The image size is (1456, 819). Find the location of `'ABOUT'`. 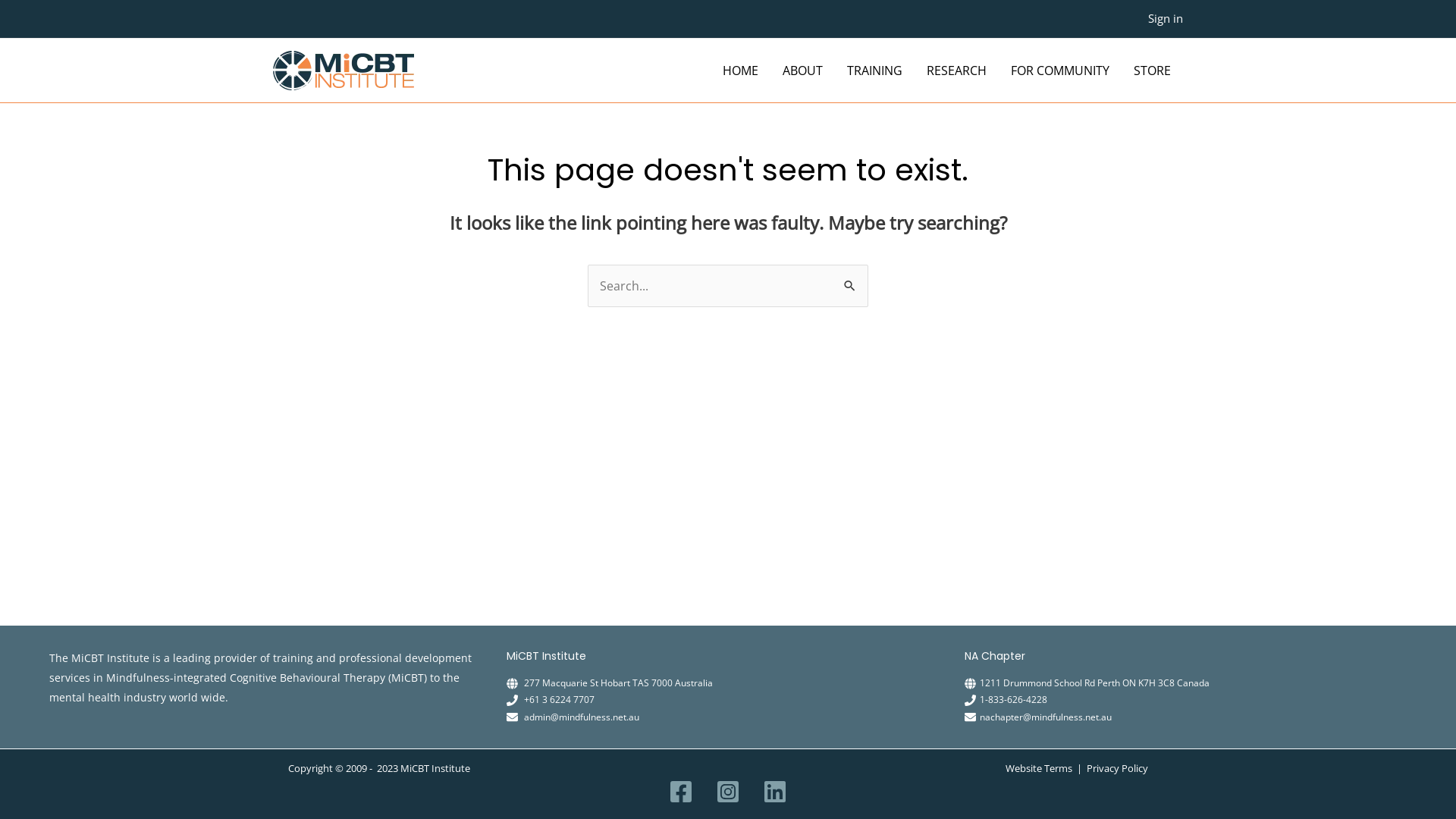

'ABOUT' is located at coordinates (802, 70).